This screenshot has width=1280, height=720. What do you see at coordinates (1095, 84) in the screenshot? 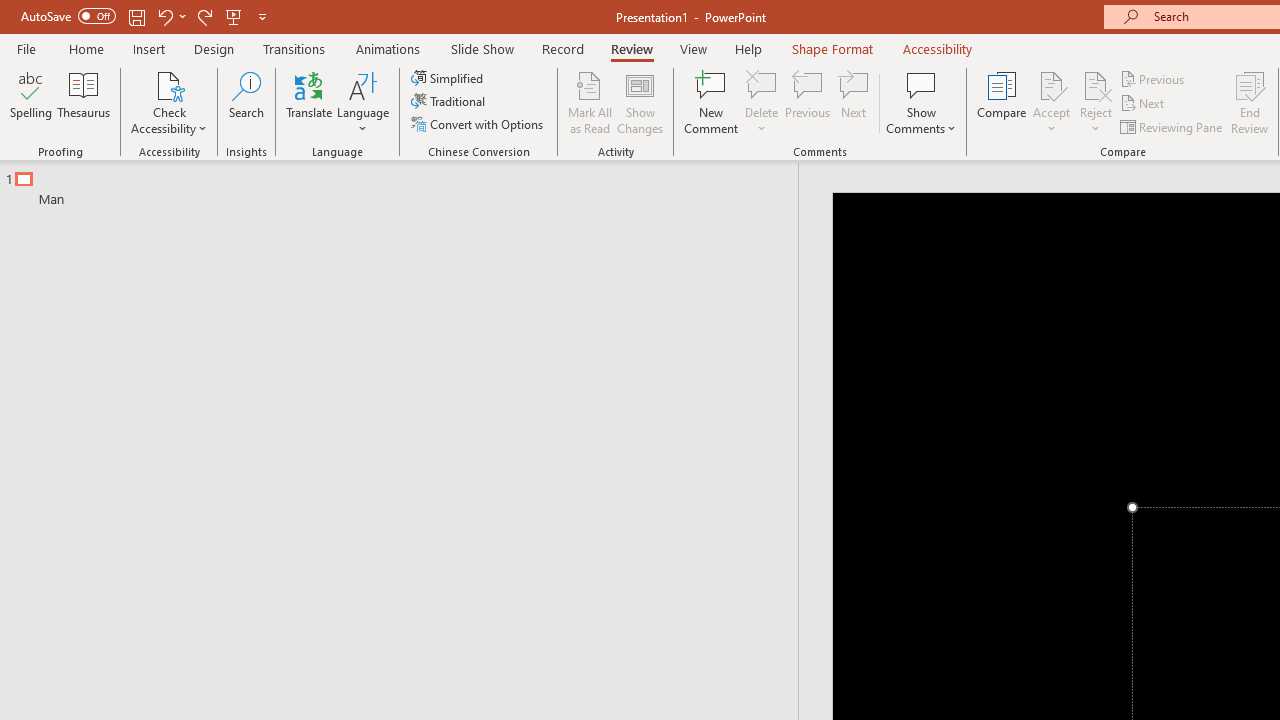
I see `'Reject Change'` at bounding box center [1095, 84].